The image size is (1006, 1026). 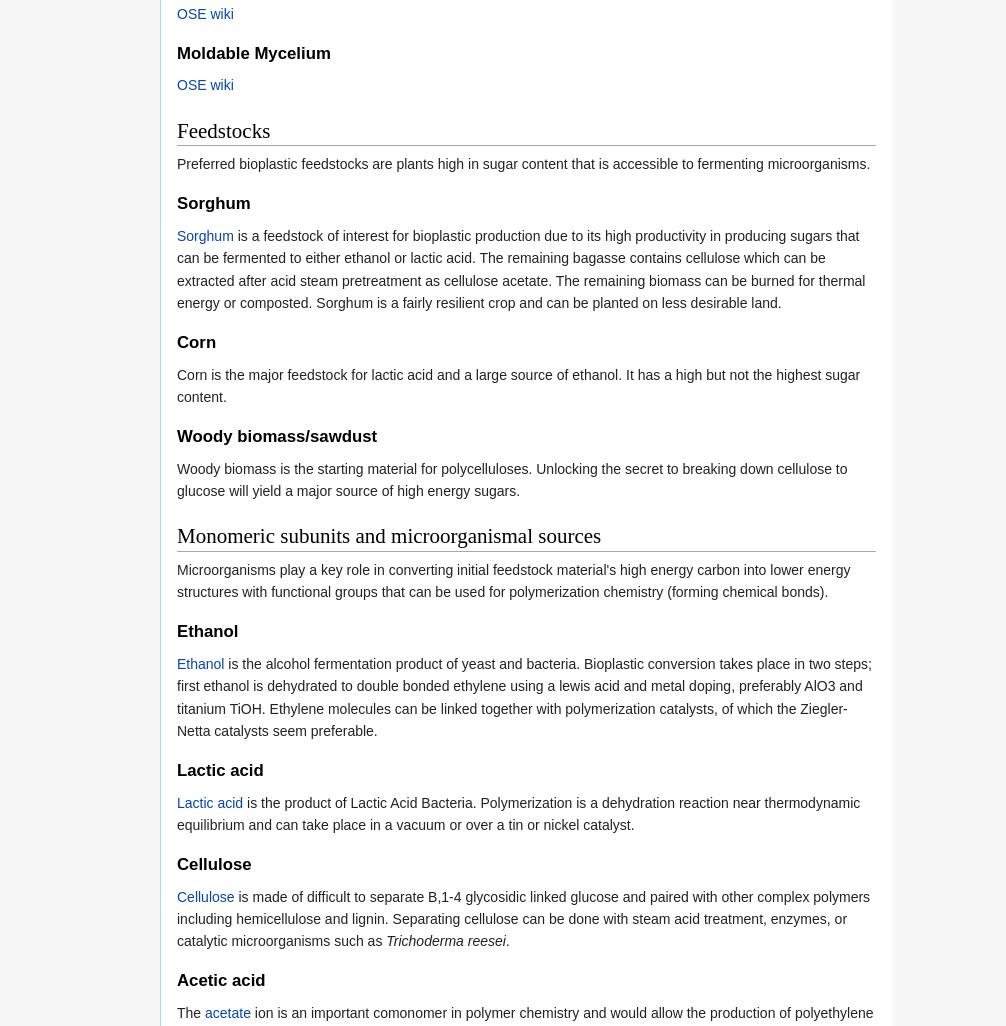 What do you see at coordinates (507, 941) in the screenshot?
I see `'.'` at bounding box center [507, 941].